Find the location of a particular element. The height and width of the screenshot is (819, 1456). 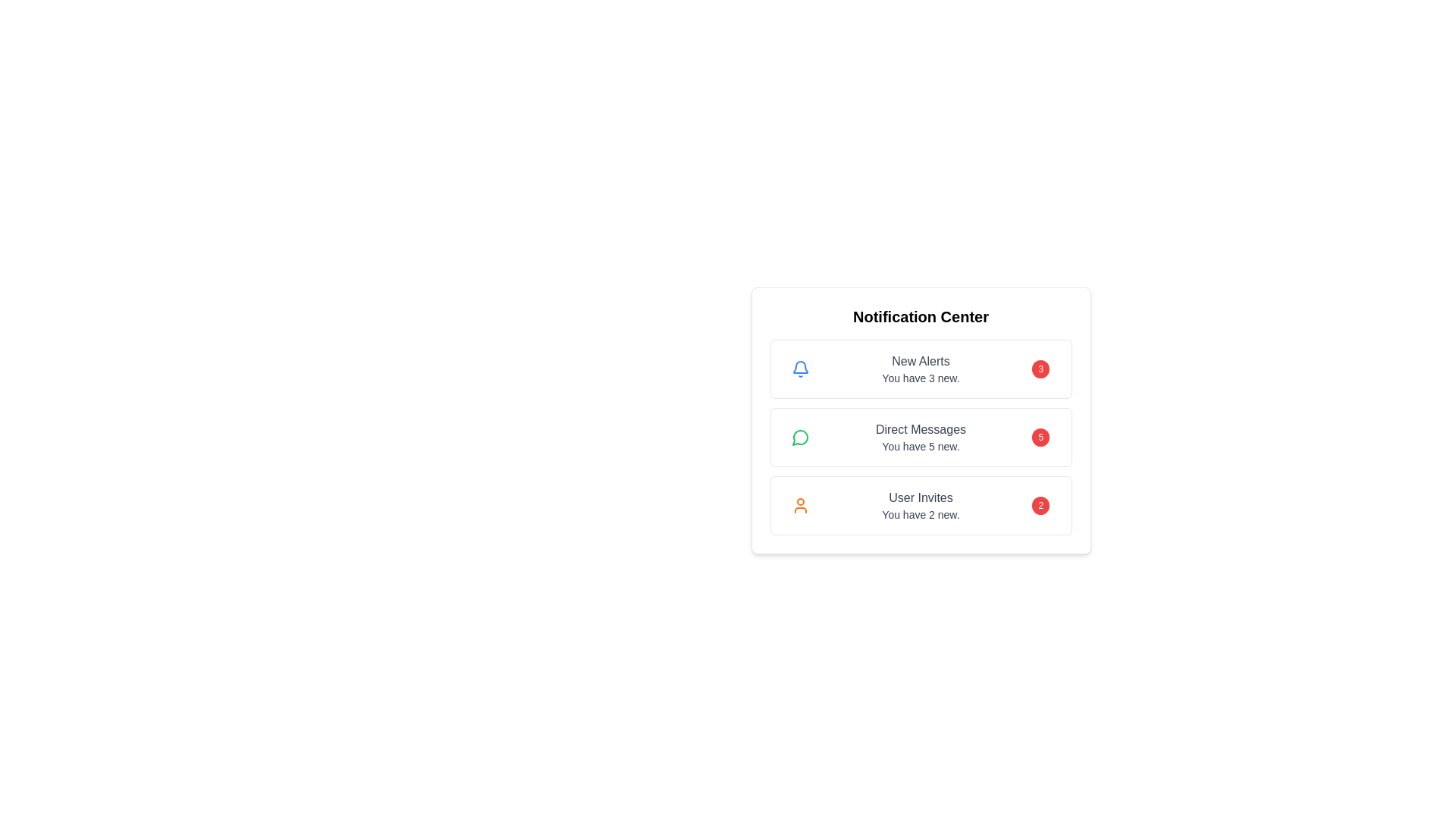

'Direct Messages' icon located in the second row of the notification center, which is the leftmost element in its row is located at coordinates (800, 438).